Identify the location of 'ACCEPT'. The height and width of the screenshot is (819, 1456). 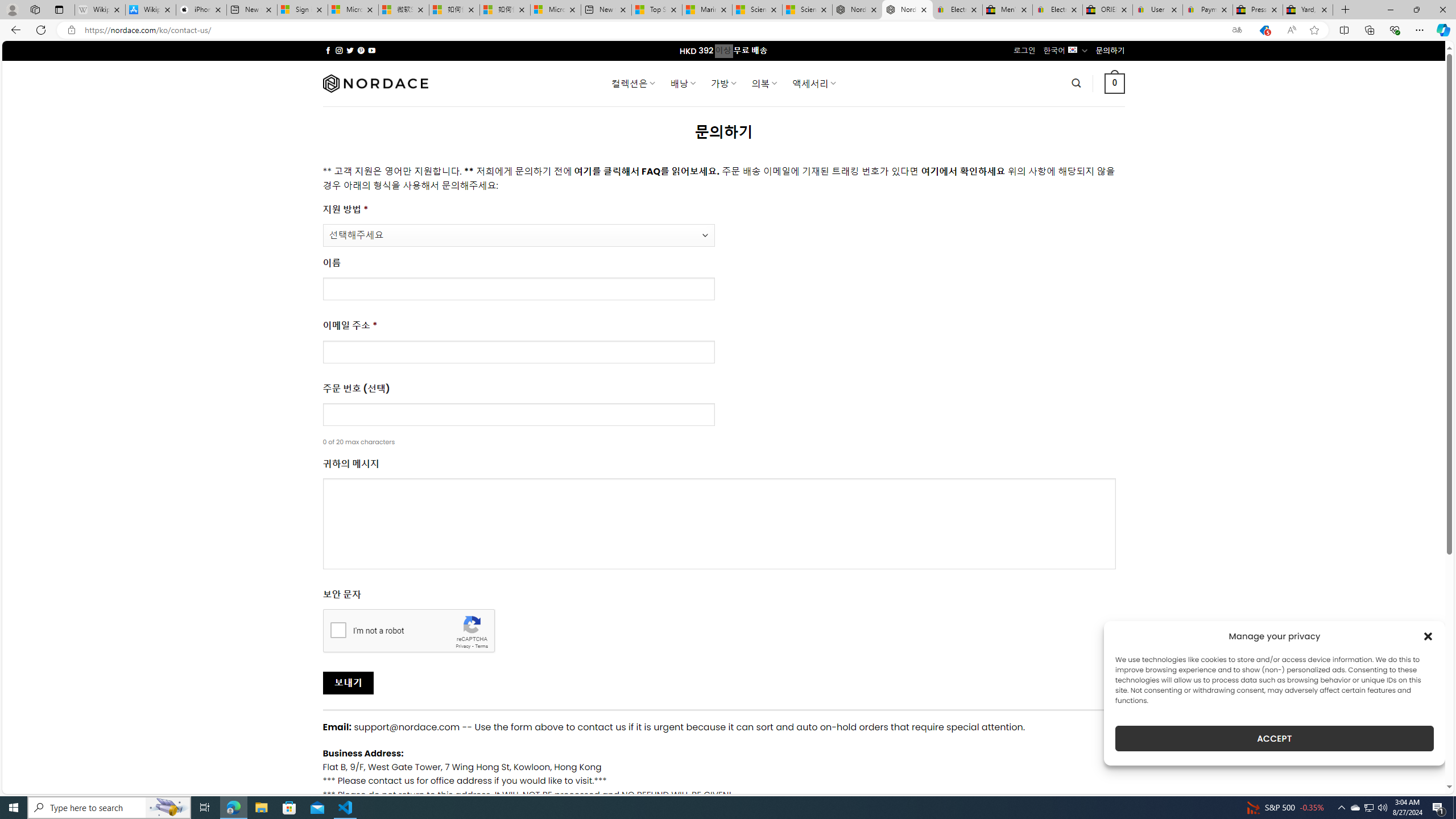
(1275, 738).